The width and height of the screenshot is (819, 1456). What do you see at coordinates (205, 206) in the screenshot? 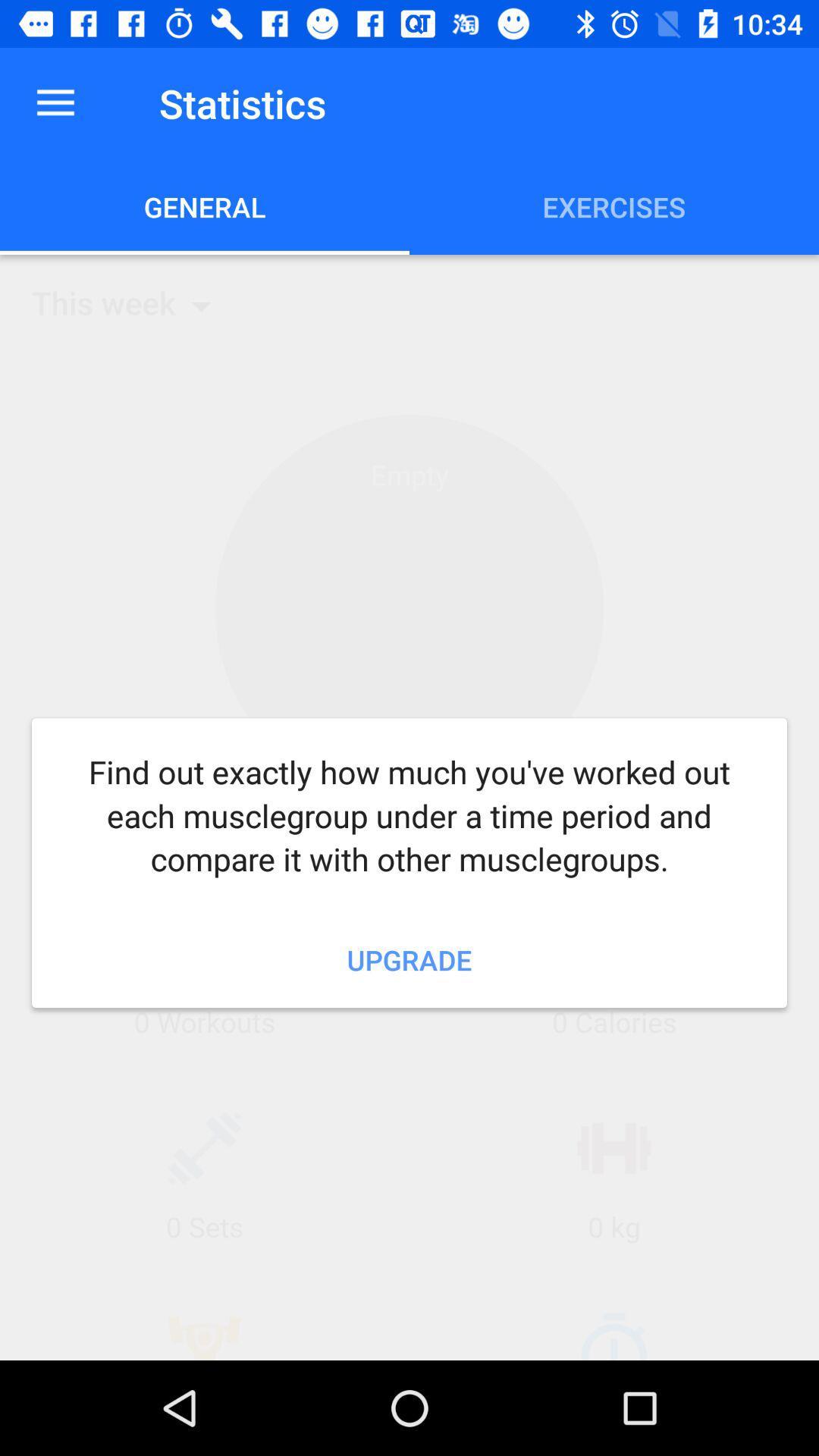
I see `general item` at bounding box center [205, 206].